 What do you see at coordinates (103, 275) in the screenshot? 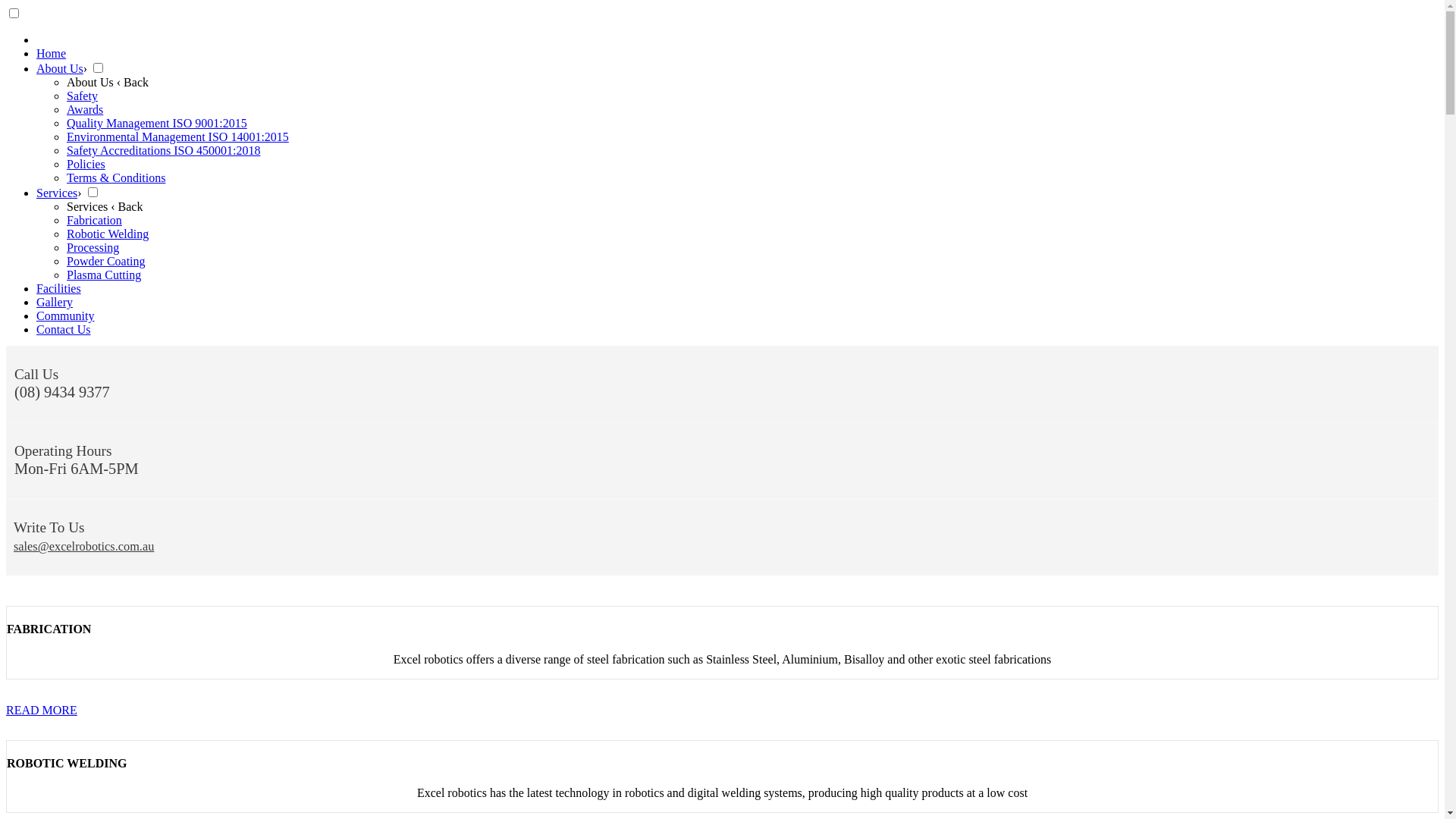
I see `'Plasma Cutting'` at bounding box center [103, 275].